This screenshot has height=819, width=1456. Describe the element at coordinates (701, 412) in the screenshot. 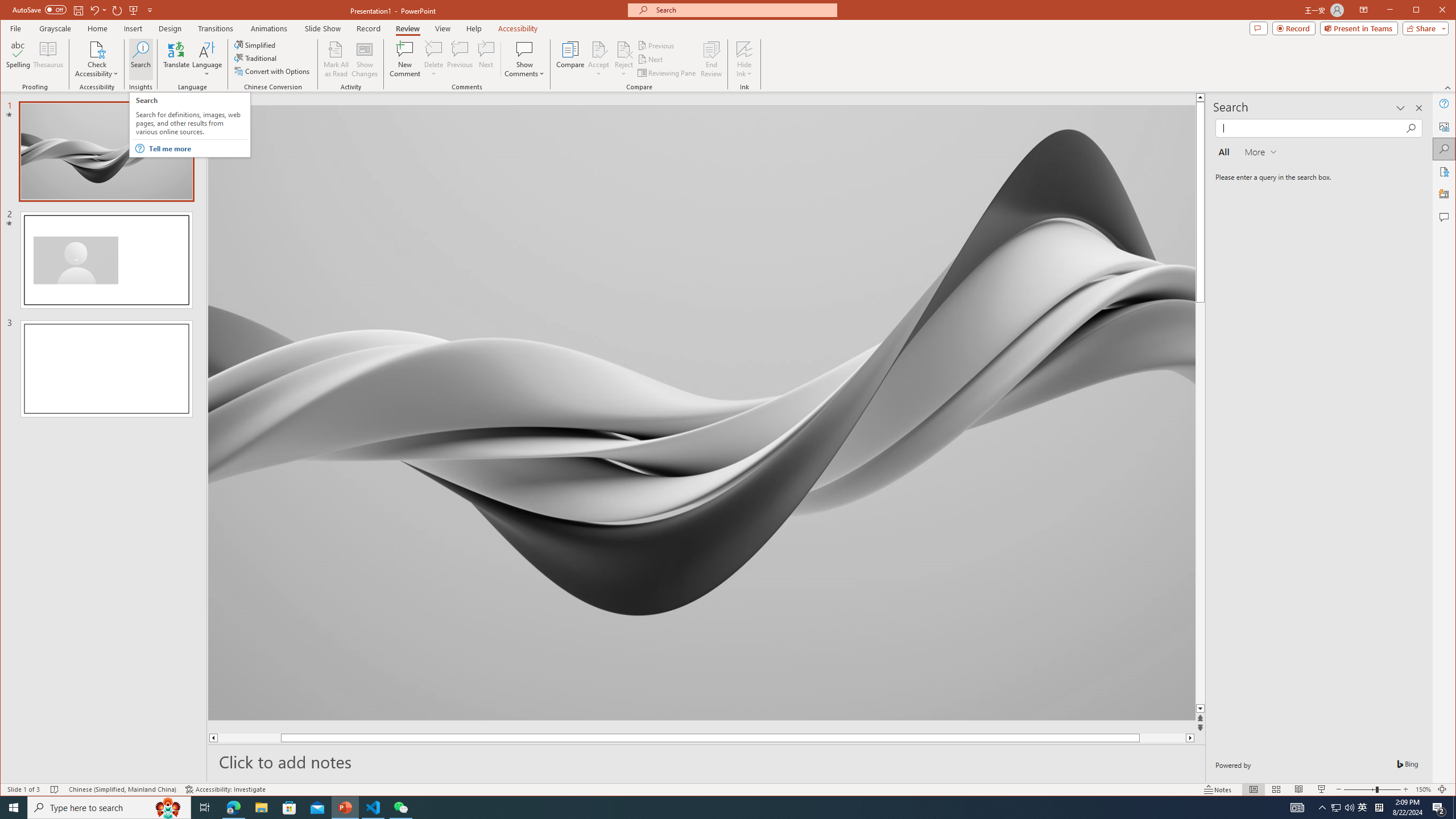

I see `'Wavy 3D art'` at that location.